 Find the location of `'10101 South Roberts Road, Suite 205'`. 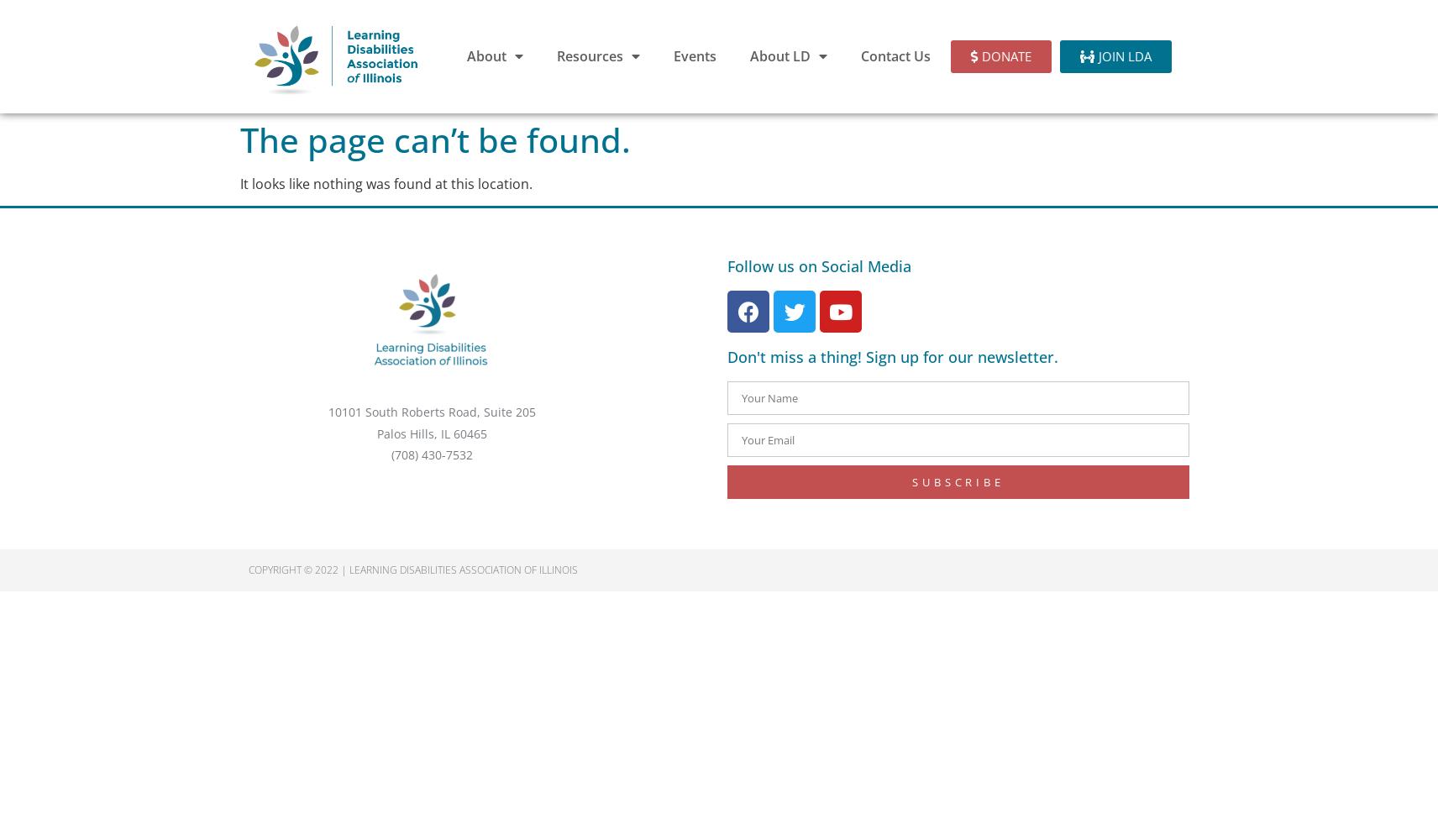

'10101 South Roberts Road, Suite 205' is located at coordinates (430, 411).